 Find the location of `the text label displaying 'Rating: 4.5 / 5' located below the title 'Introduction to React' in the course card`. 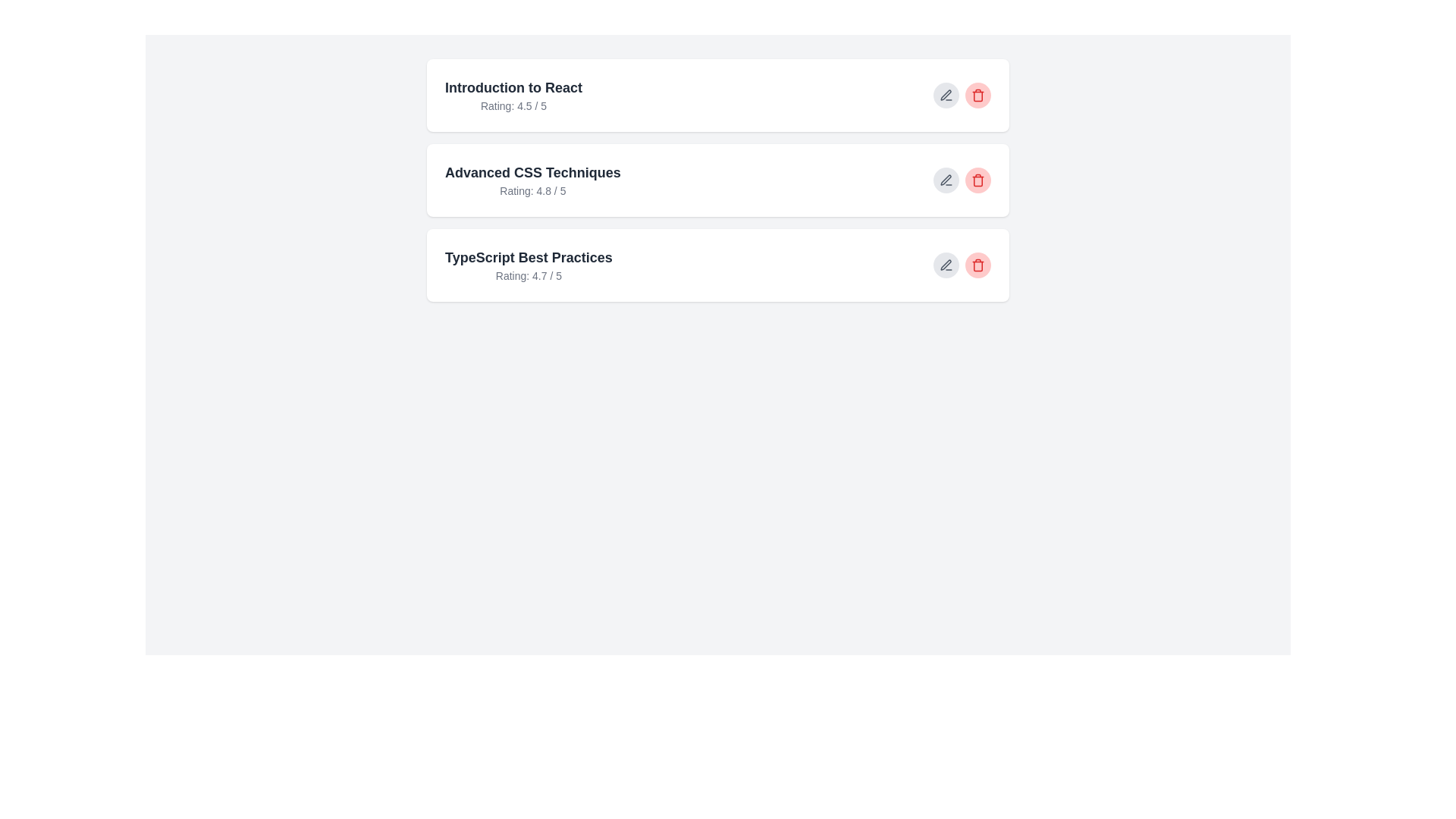

the text label displaying 'Rating: 4.5 / 5' located below the title 'Introduction to React' in the course card is located at coordinates (513, 105).